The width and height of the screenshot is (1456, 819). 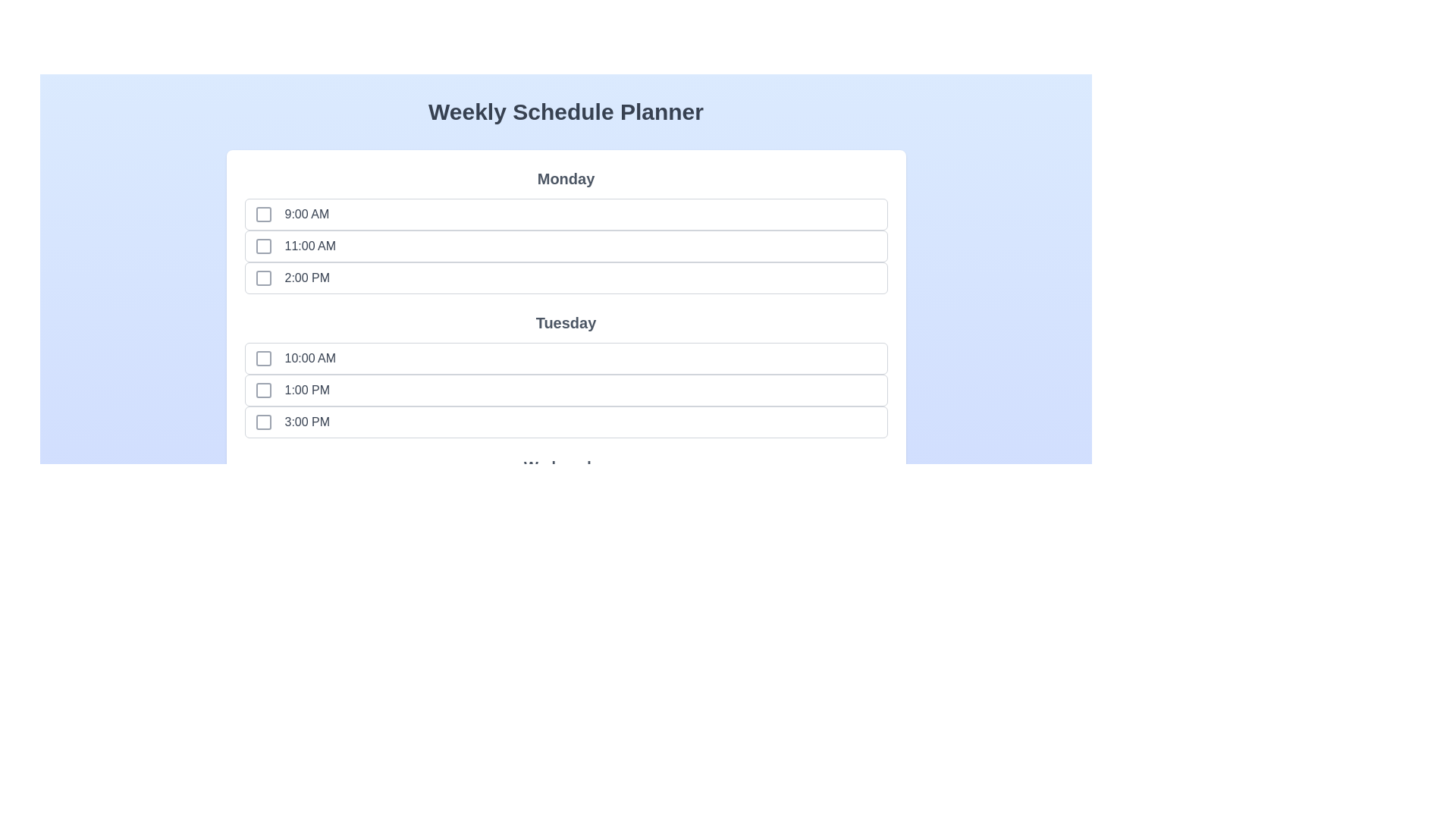 What do you see at coordinates (263, 390) in the screenshot?
I see `the time slot Tuesday at 1:00 PM` at bounding box center [263, 390].